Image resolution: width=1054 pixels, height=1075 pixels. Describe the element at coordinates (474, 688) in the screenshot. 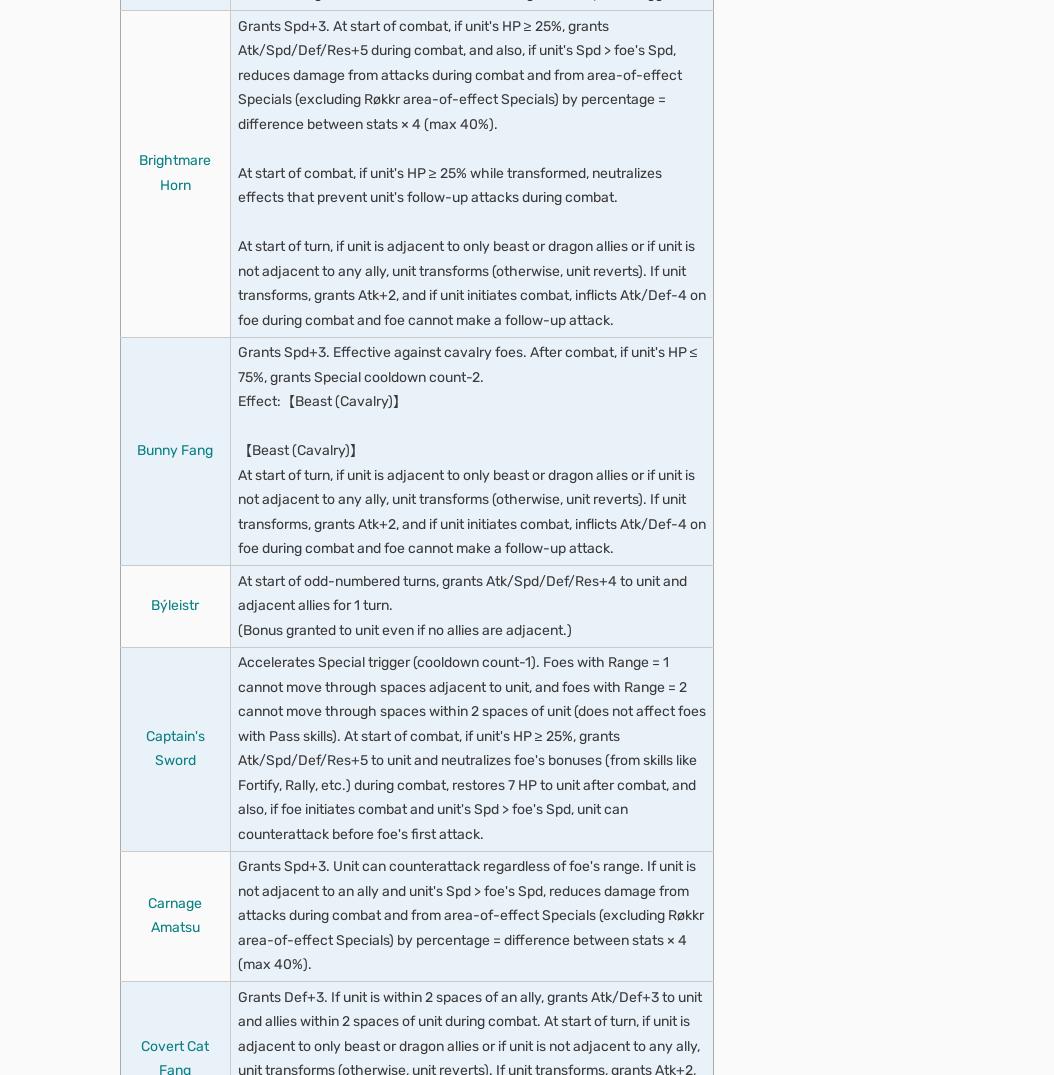

I see `'At start of turn, if unit is adjacent to an ally, grants Spd/Res+4 to unit for 1 turn.'` at that location.